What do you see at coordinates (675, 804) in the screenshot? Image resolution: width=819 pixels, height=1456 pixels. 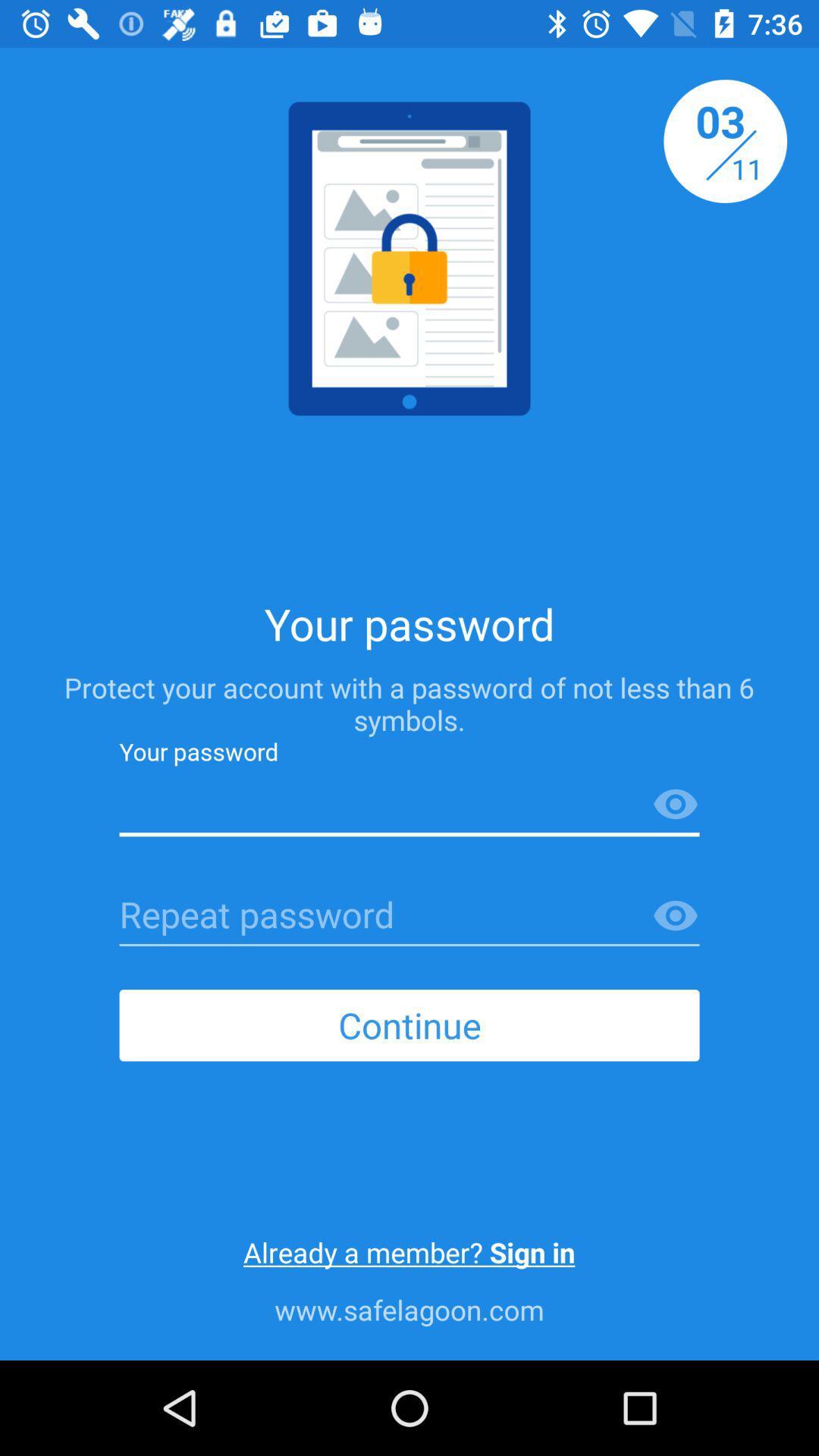 I see `see password` at bounding box center [675, 804].